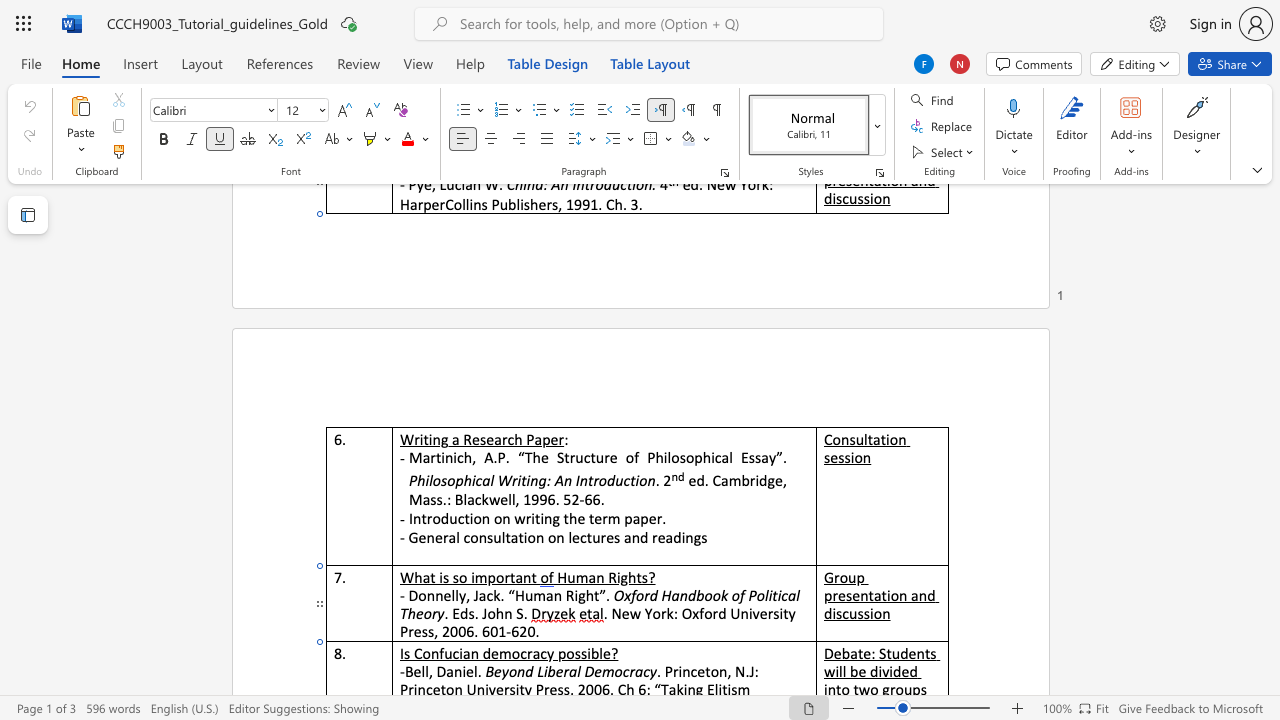 The height and width of the screenshot is (720, 1280). Describe the element at coordinates (571, 457) in the screenshot. I see `the 2th character "r" in the text` at that location.